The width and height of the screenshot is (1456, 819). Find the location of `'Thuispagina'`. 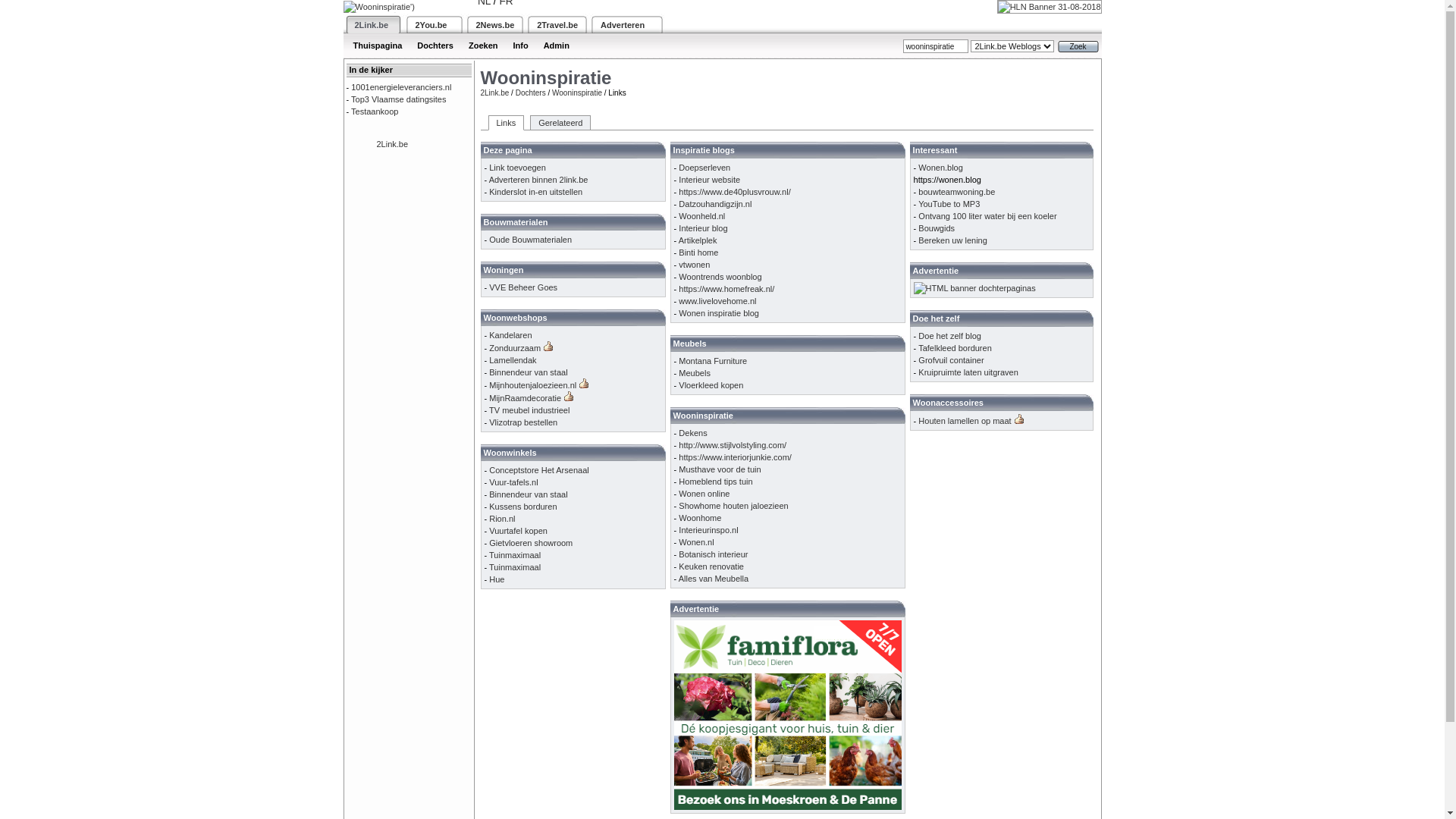

'Thuispagina' is located at coordinates (378, 45).